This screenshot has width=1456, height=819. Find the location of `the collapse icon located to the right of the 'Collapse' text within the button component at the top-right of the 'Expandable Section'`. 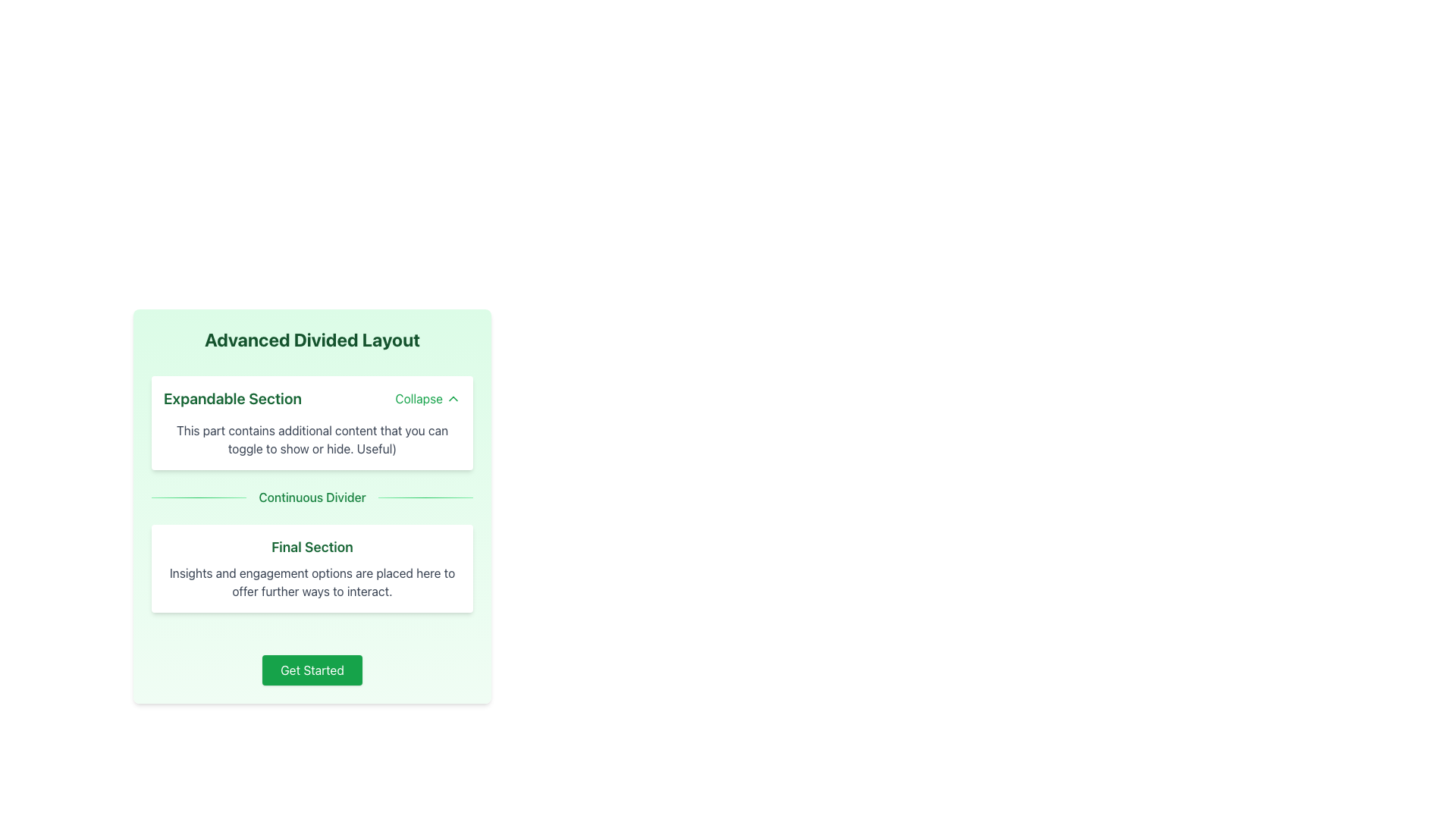

the collapse icon located to the right of the 'Collapse' text within the button component at the top-right of the 'Expandable Section' is located at coordinates (453, 397).